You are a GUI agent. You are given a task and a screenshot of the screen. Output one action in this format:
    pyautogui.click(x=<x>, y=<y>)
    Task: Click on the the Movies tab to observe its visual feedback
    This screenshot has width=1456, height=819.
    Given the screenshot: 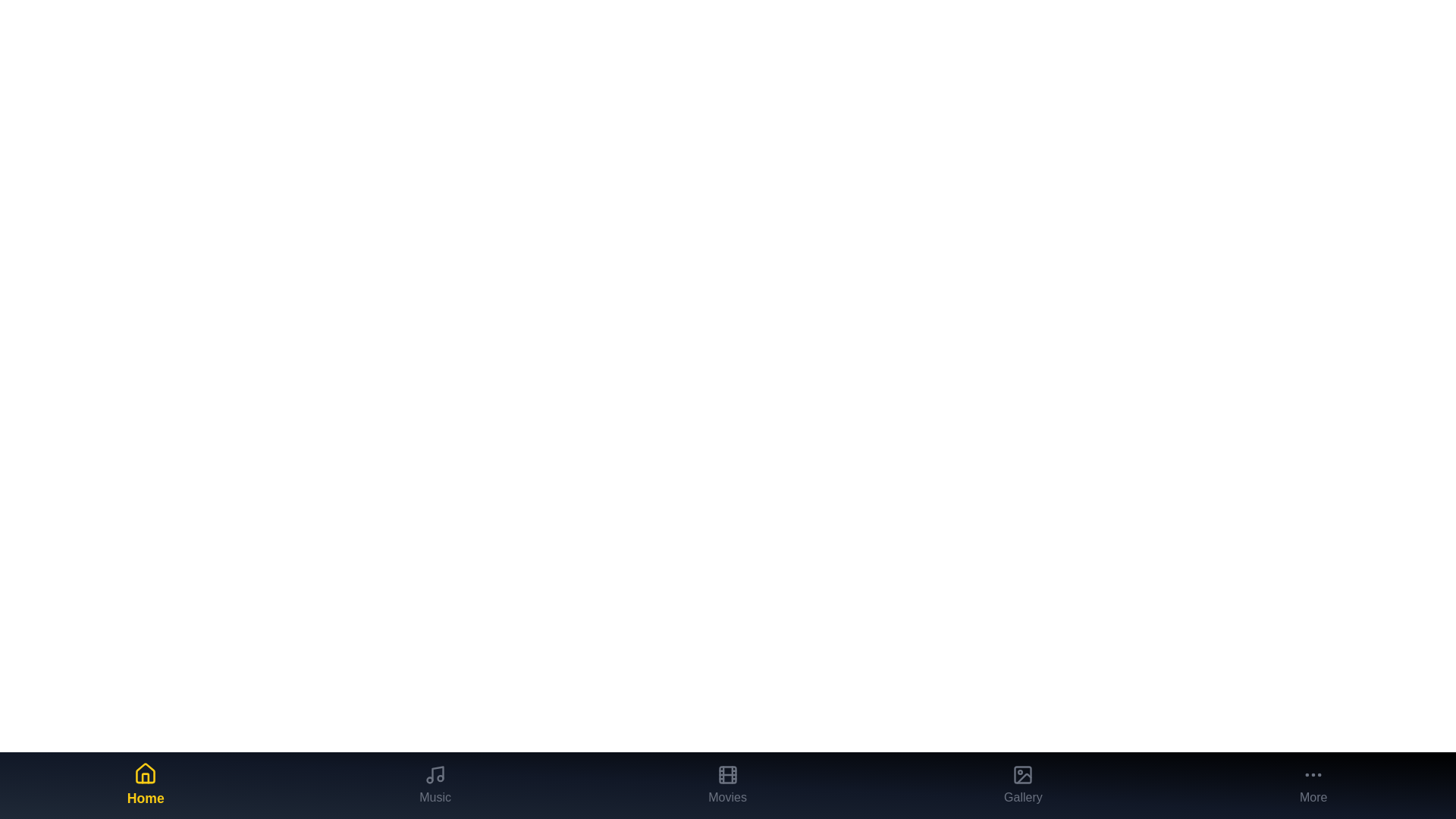 What is the action you would take?
    pyautogui.click(x=726, y=785)
    